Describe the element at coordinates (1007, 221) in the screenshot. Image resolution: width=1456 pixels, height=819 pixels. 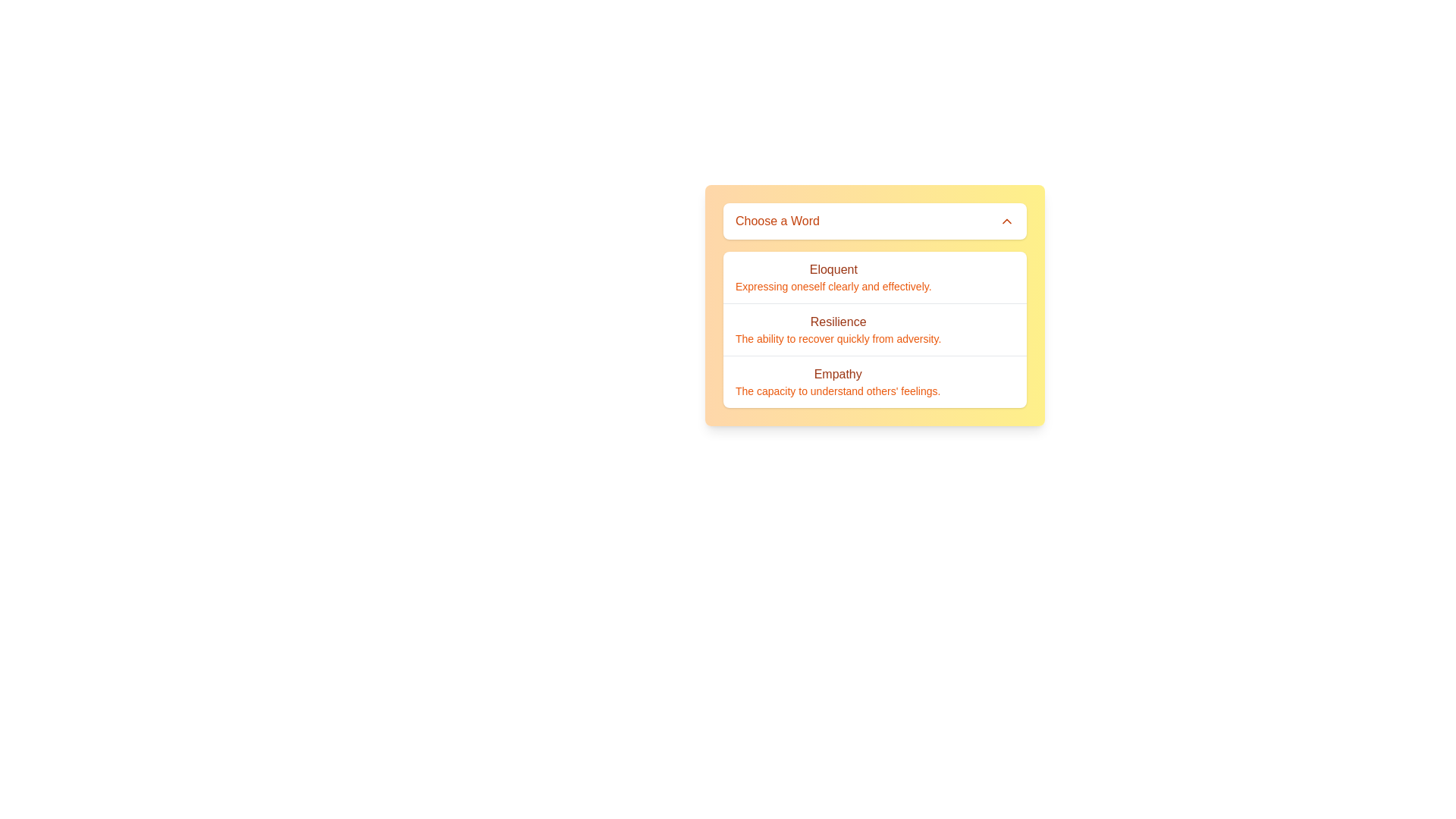
I see `the upward-pointing chevron icon located in the upper right of the 'Choose a Word' header to review potential interactivity` at that location.